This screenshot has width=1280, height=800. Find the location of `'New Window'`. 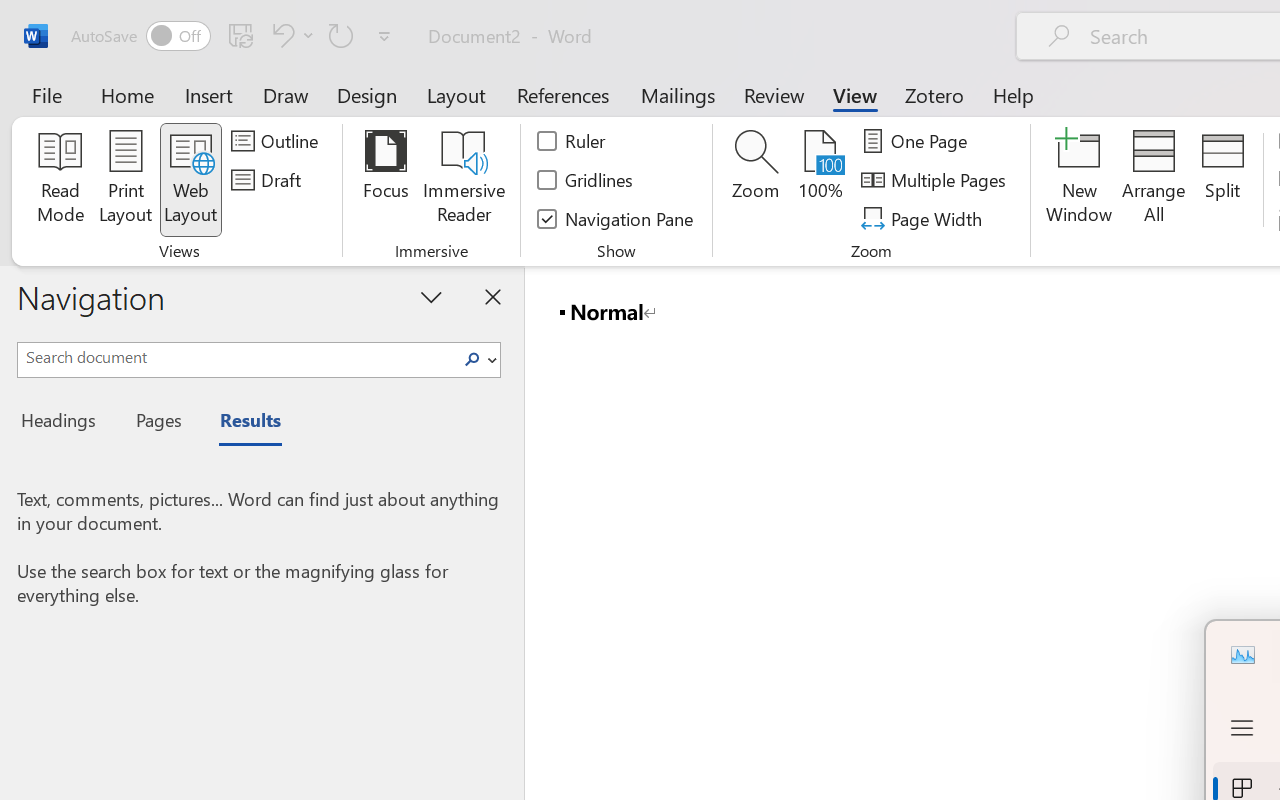

'New Window' is located at coordinates (1078, 179).